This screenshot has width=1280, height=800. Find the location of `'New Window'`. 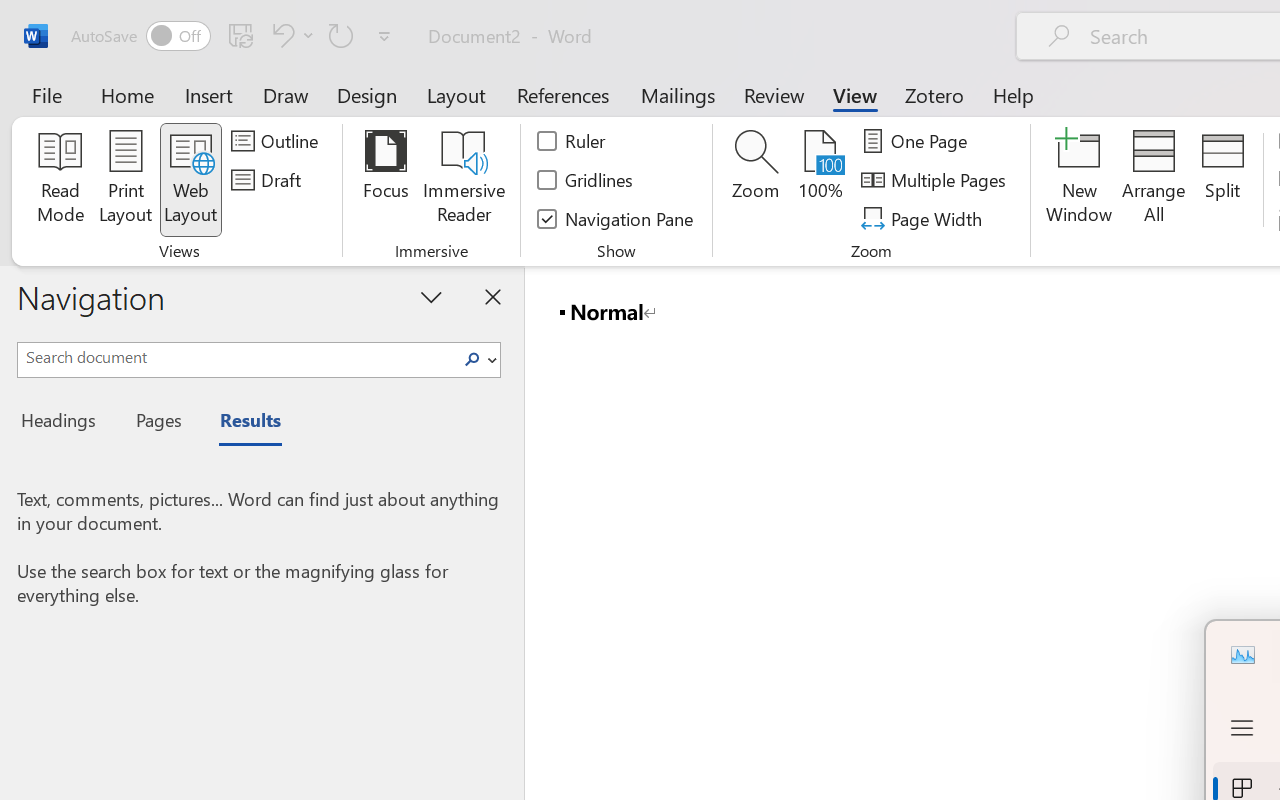

'New Window' is located at coordinates (1078, 179).